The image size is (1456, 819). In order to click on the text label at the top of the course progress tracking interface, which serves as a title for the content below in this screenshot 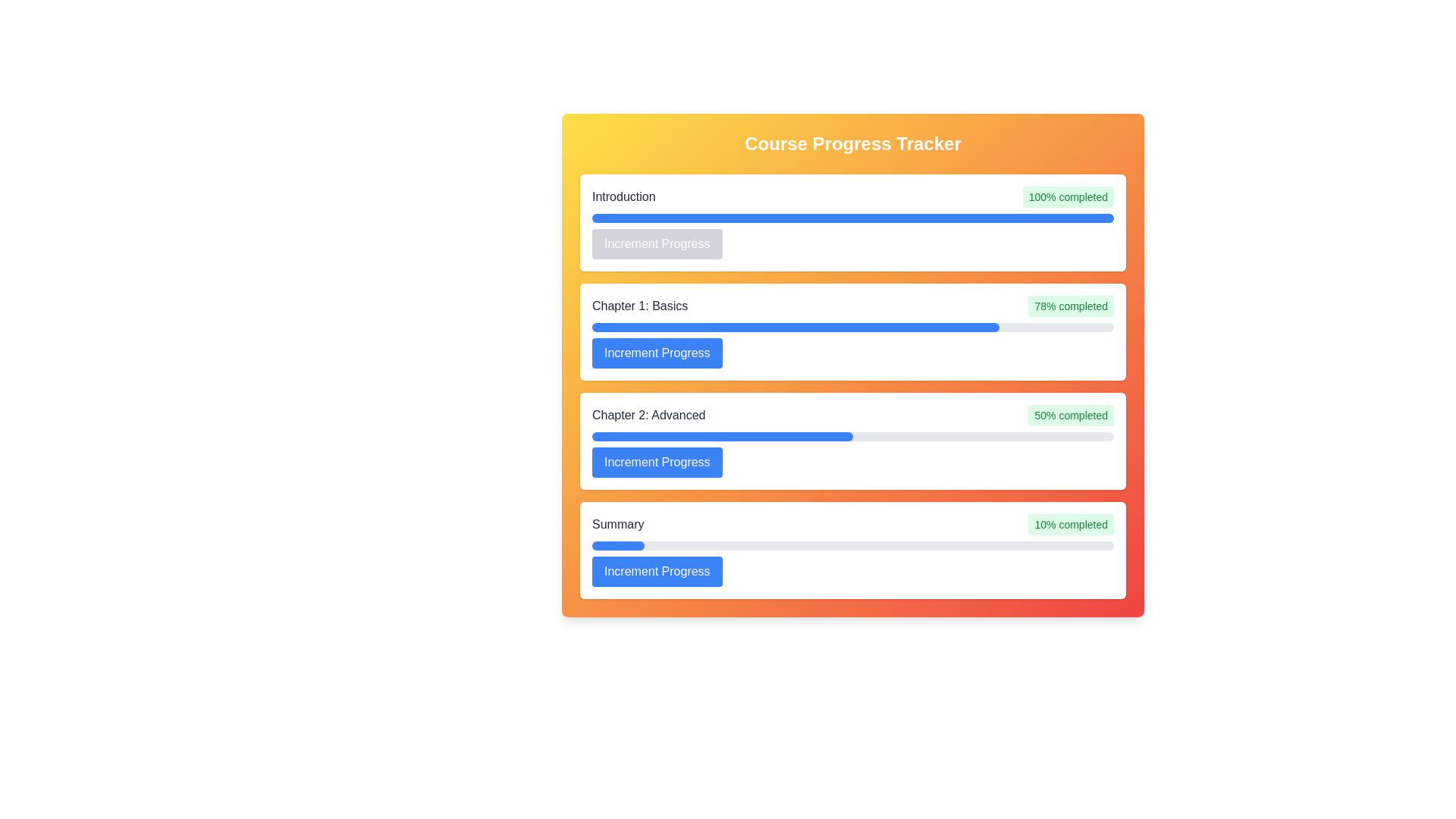, I will do `click(852, 143)`.